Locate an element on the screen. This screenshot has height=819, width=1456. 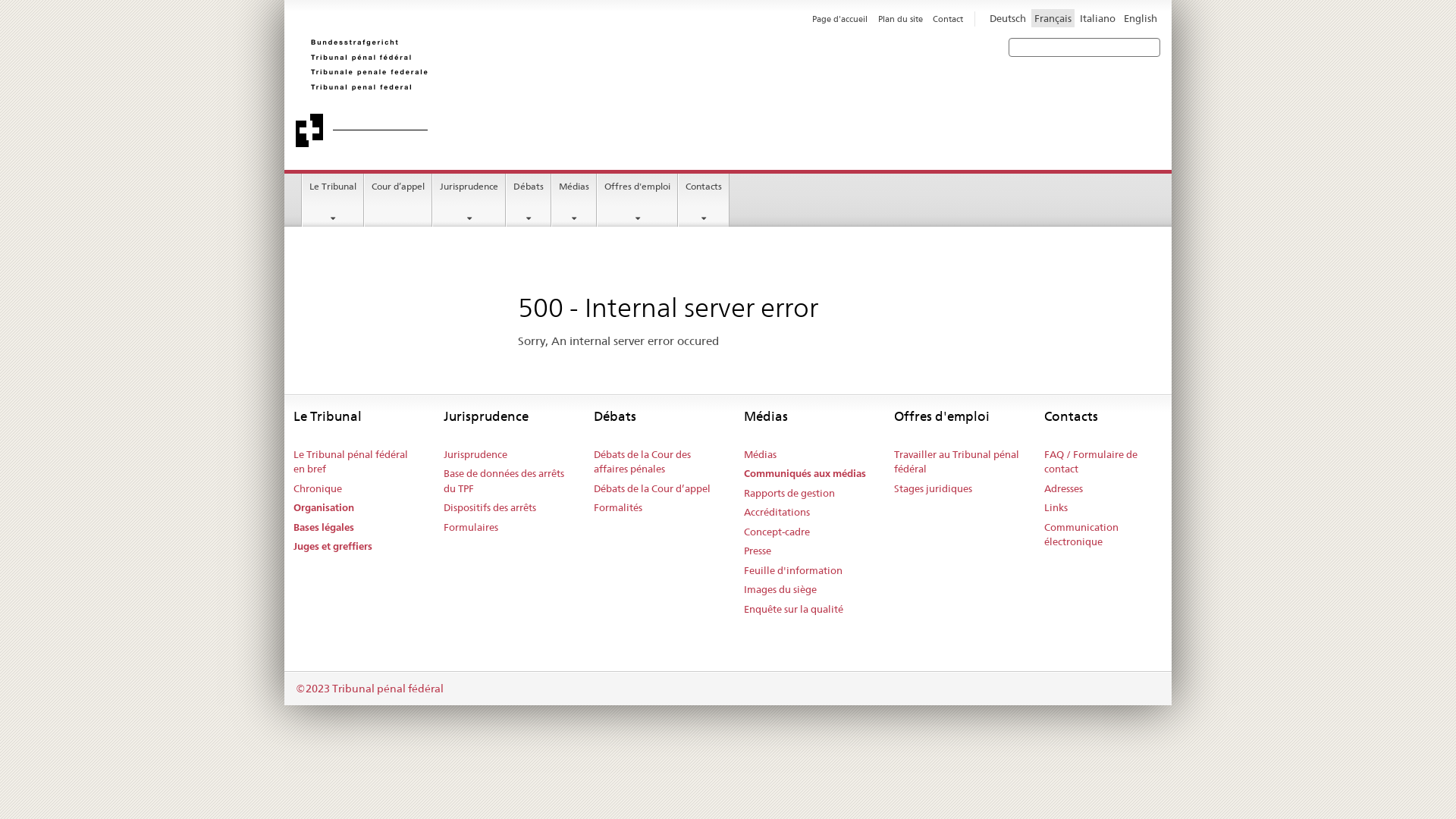
'Offres d'emploi' is located at coordinates (637, 199).